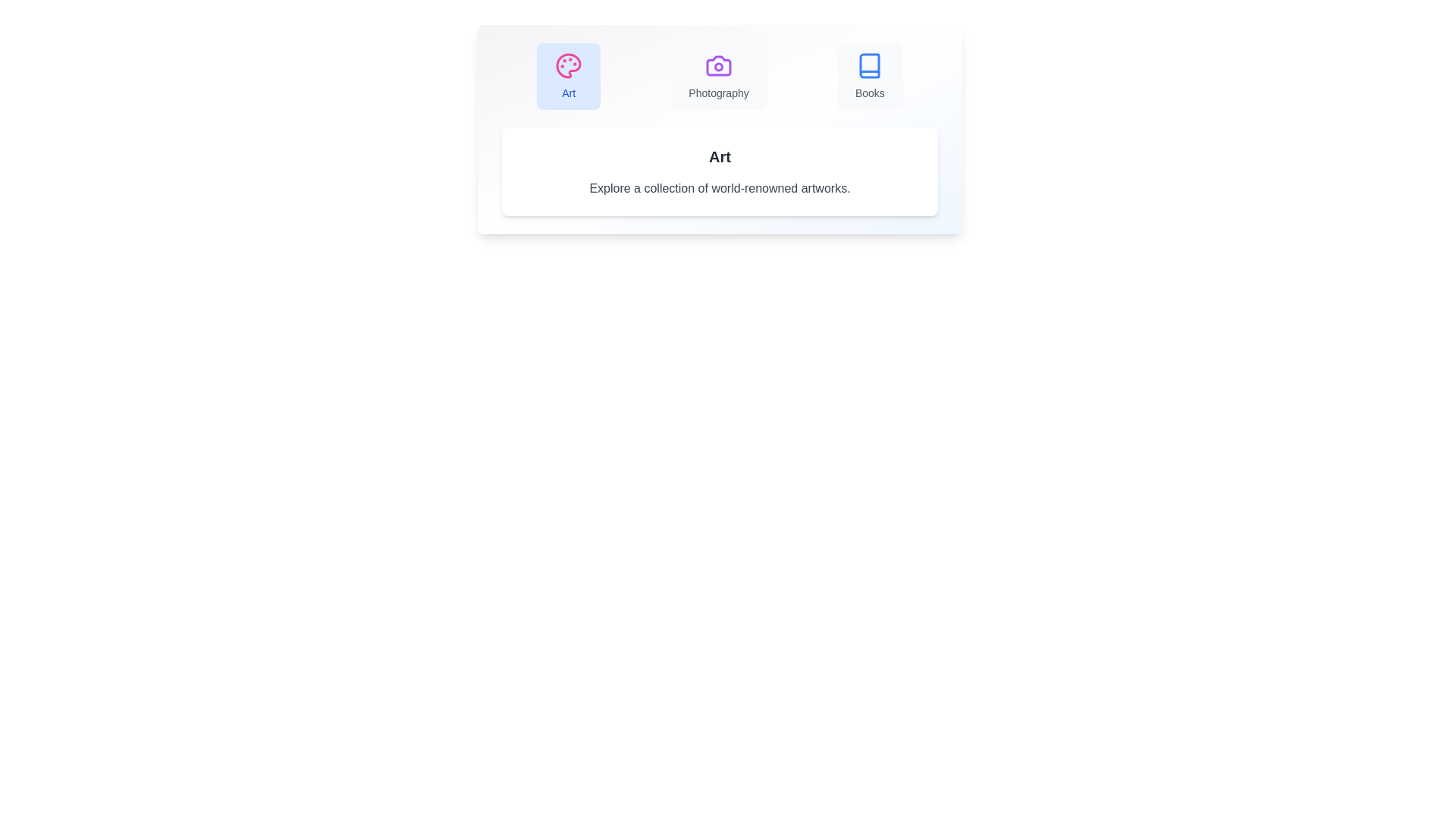 This screenshot has height=819, width=1456. I want to click on the Photography tab by clicking on it, so click(718, 76).